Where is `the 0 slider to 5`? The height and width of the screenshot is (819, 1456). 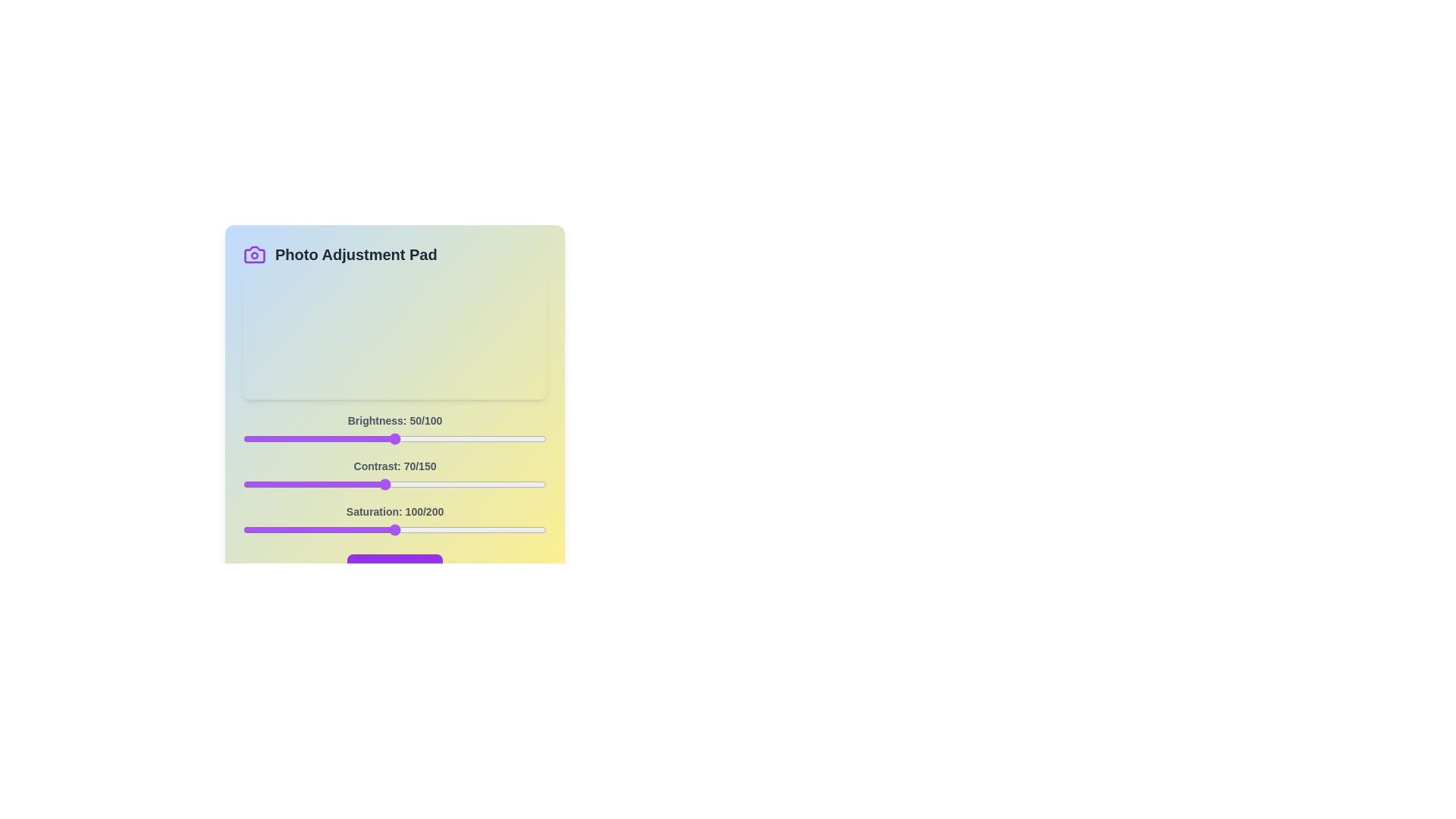
the 0 slider to 5 is located at coordinates (258, 438).